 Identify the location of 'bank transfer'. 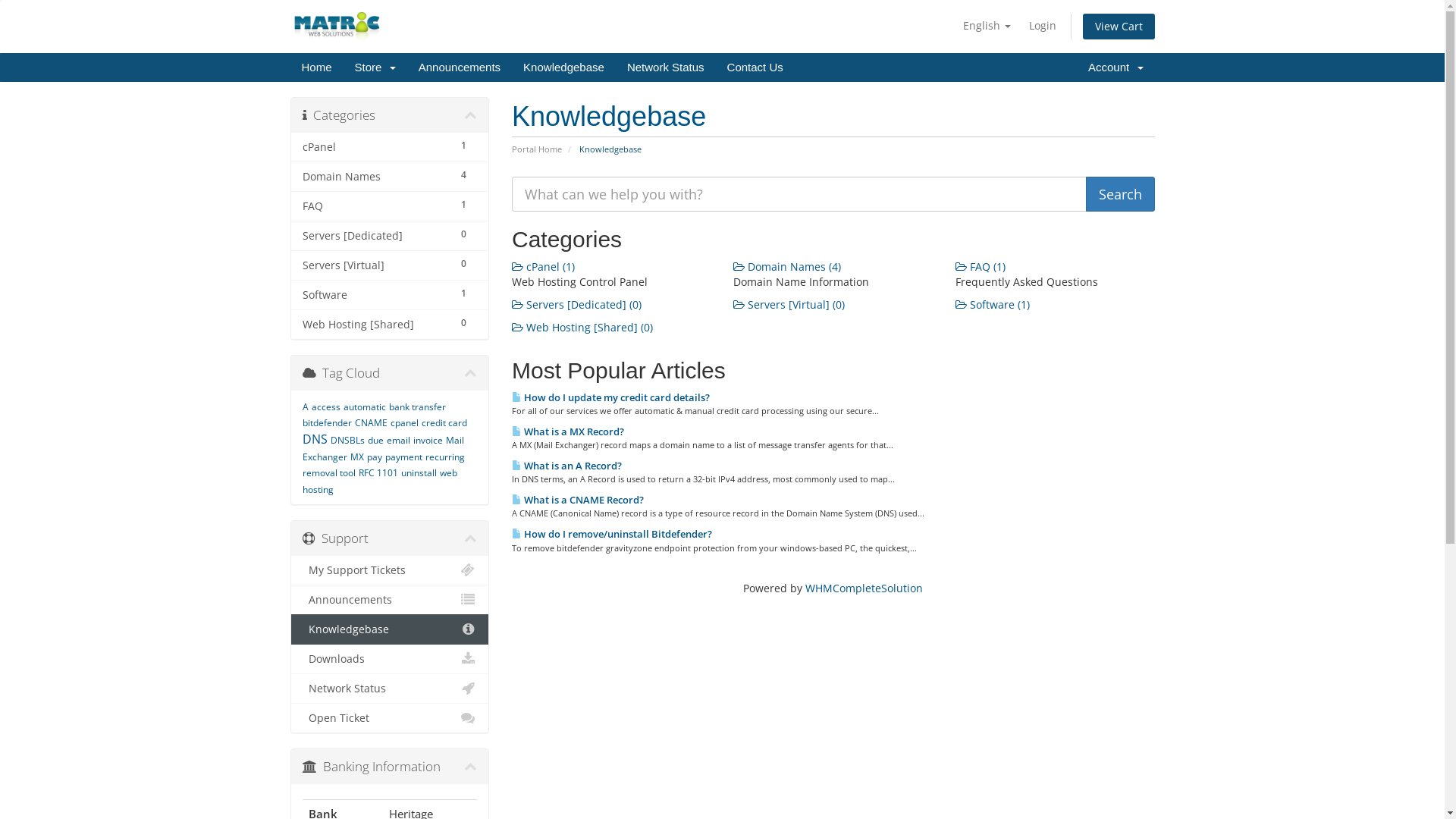
(416, 406).